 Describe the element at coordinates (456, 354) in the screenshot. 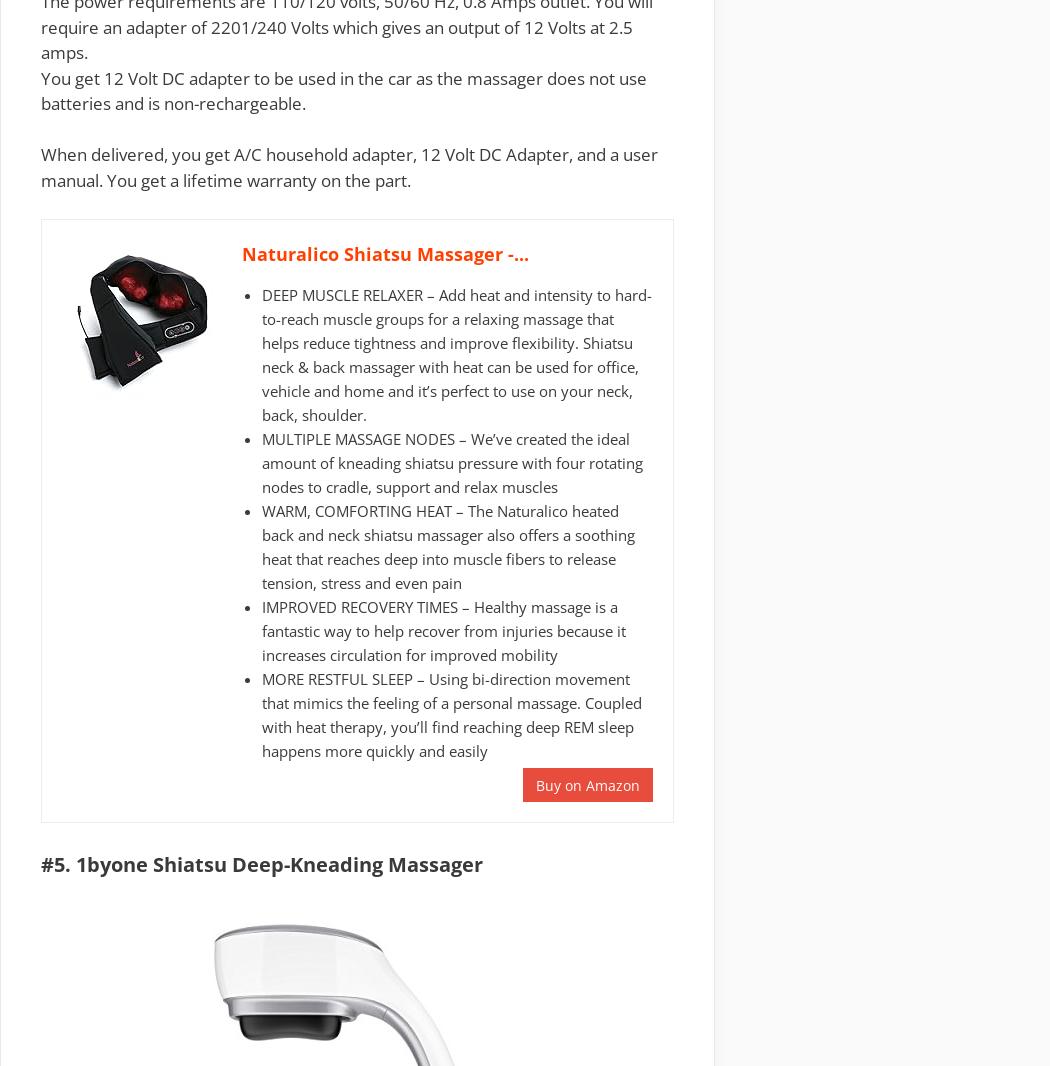

I see `'DEEP MUSCLE RELAXER – Add heat and intensity to hard-to-reach muscle groups for a relaxing massage that helps reduce tightness and improve flexibility. Shiatsu neck & back massager with heat can be used for office, vehicle and home and it’s perfect to use on your neck, back, shoulder.'` at that location.